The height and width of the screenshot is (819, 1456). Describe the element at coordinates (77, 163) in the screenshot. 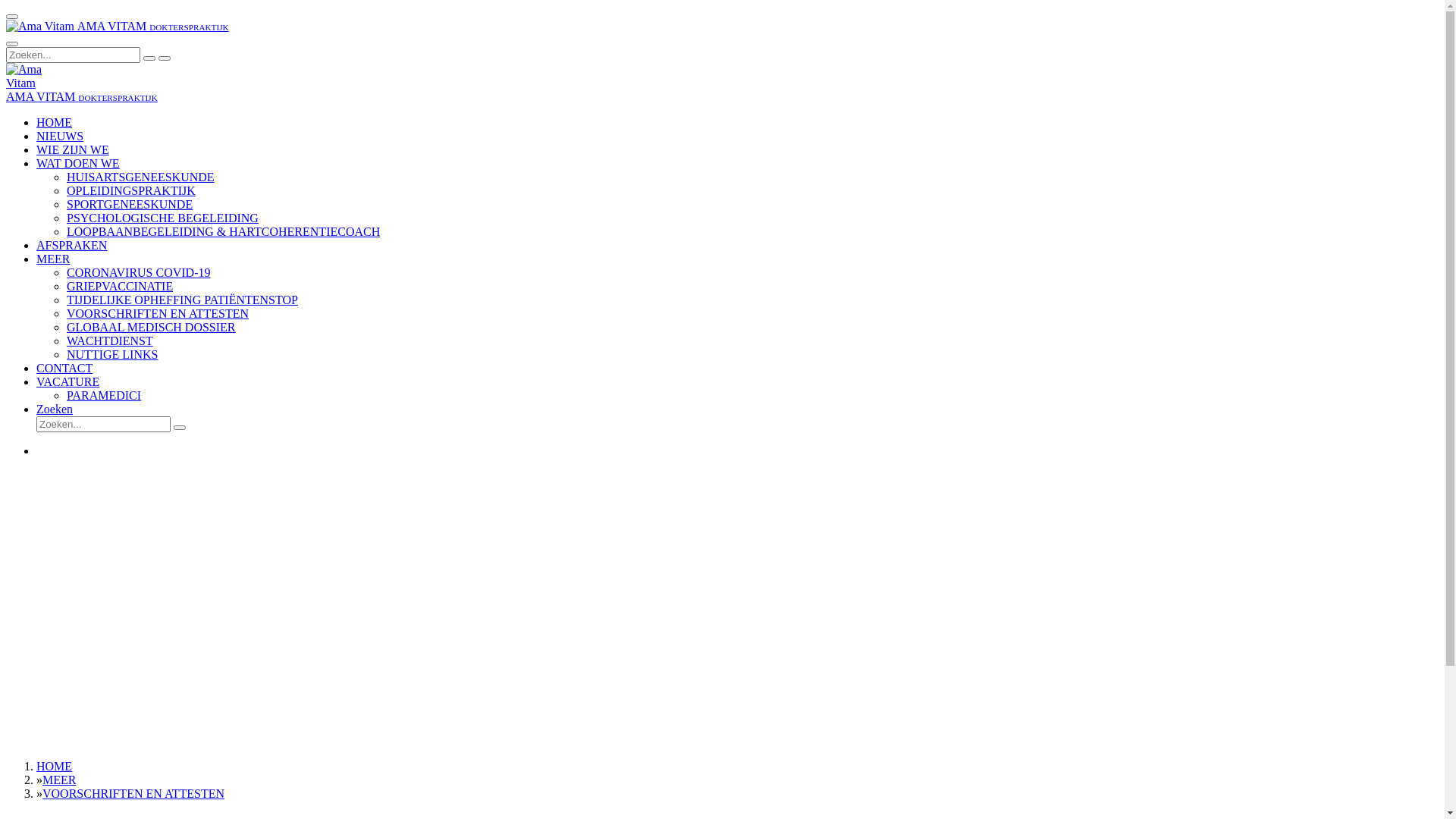

I see `'WAT DOEN WE'` at that location.